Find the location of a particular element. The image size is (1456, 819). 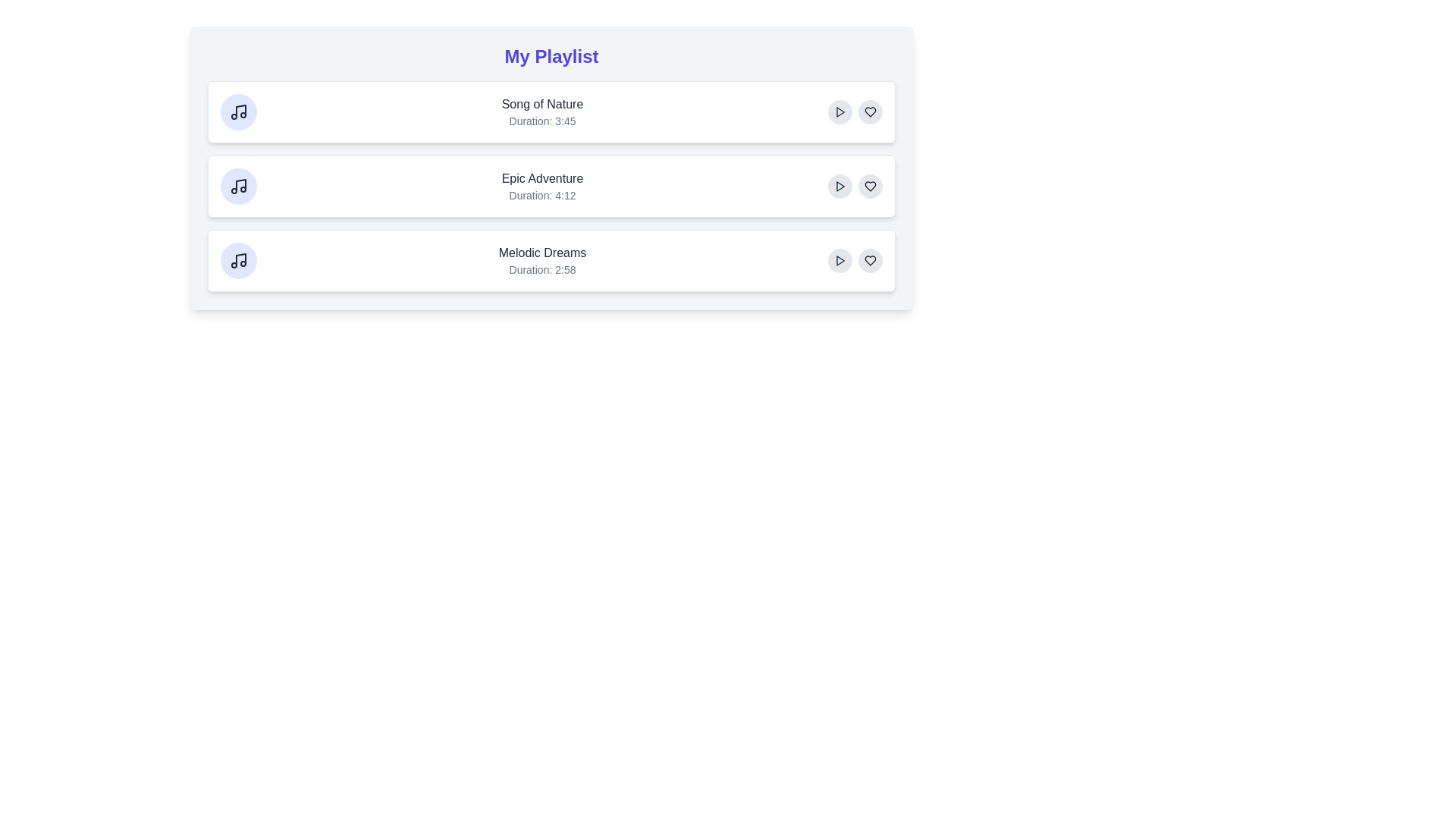

the play button of the Epic Adventure track is located at coordinates (839, 186).